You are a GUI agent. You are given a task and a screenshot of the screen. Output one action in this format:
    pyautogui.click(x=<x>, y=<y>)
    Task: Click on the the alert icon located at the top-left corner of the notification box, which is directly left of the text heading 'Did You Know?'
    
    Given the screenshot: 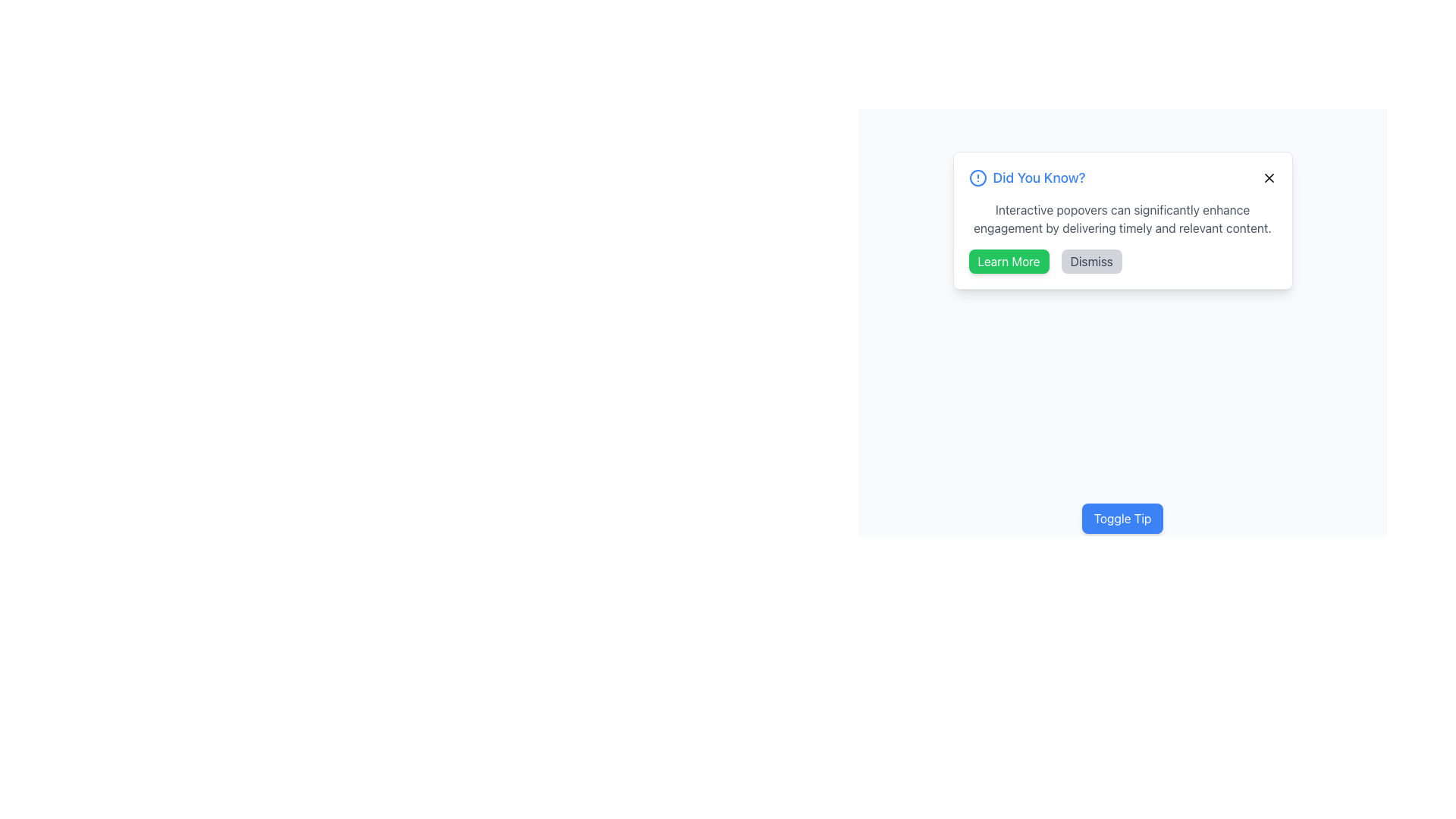 What is the action you would take?
    pyautogui.click(x=977, y=177)
    